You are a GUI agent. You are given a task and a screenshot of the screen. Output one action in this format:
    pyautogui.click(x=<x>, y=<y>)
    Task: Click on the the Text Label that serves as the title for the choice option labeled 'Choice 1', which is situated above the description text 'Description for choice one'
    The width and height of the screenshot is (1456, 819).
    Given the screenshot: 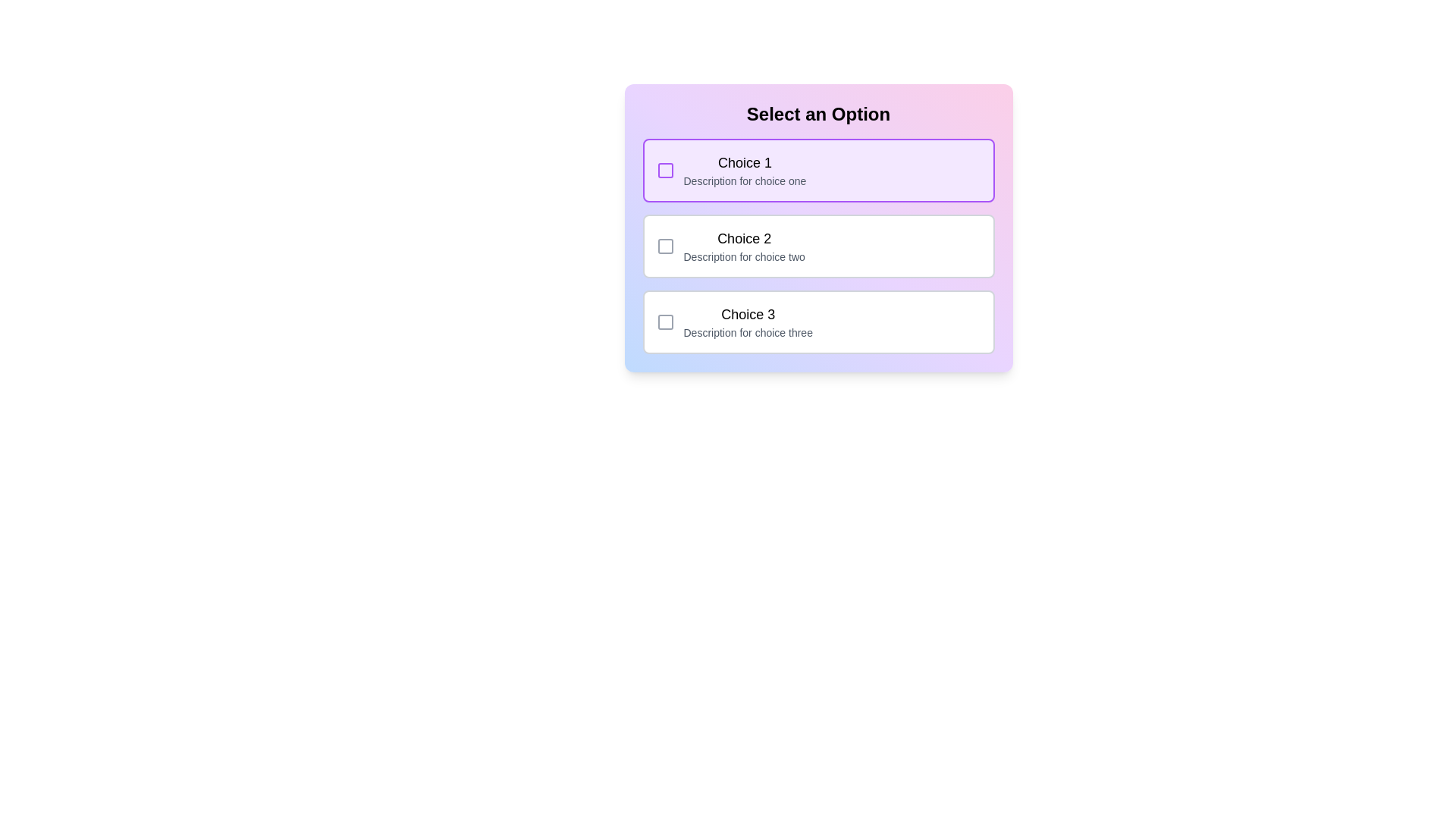 What is the action you would take?
    pyautogui.click(x=745, y=163)
    